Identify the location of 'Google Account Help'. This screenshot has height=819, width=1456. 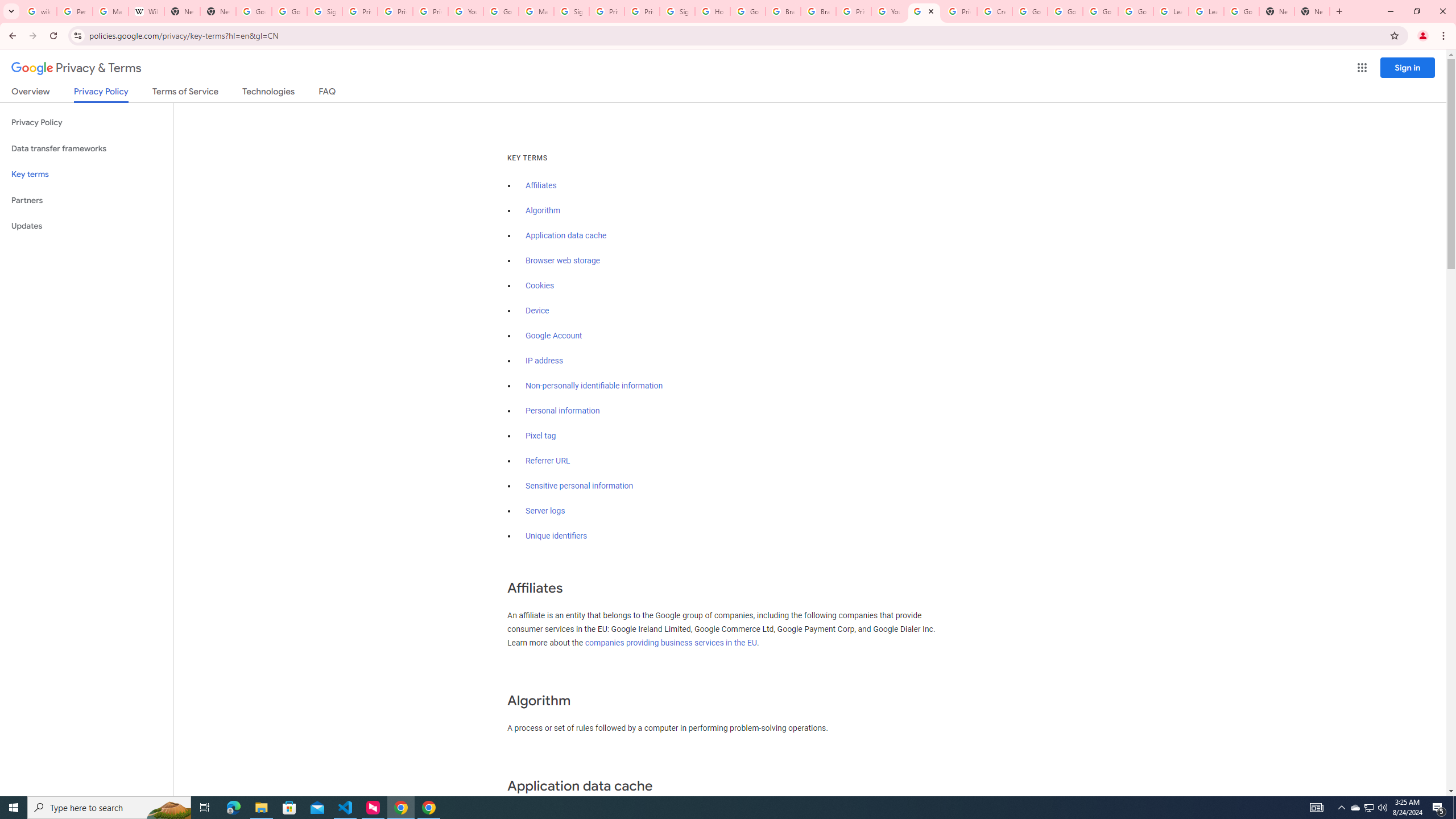
(1099, 11).